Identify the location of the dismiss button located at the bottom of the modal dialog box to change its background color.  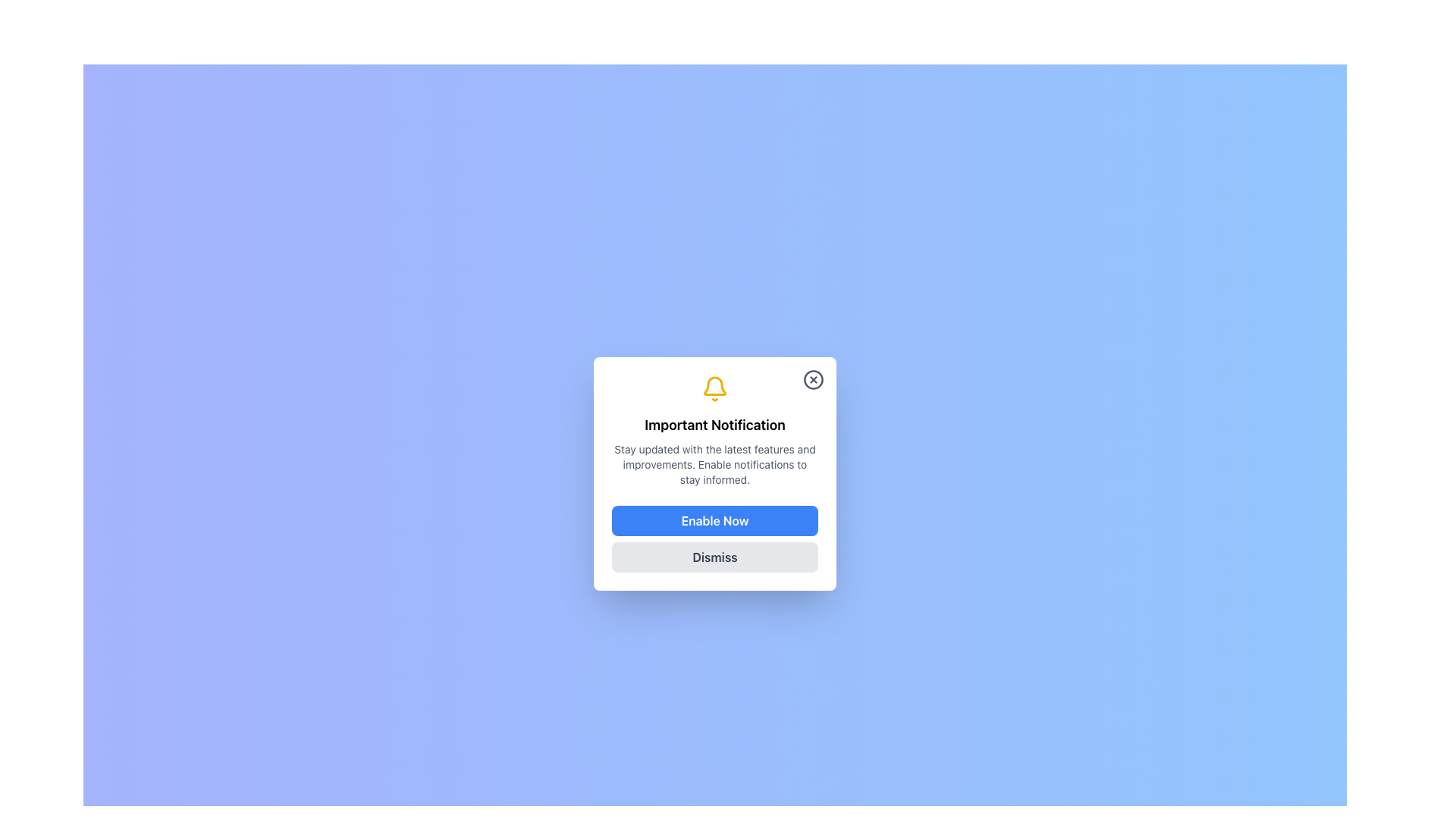
(714, 557).